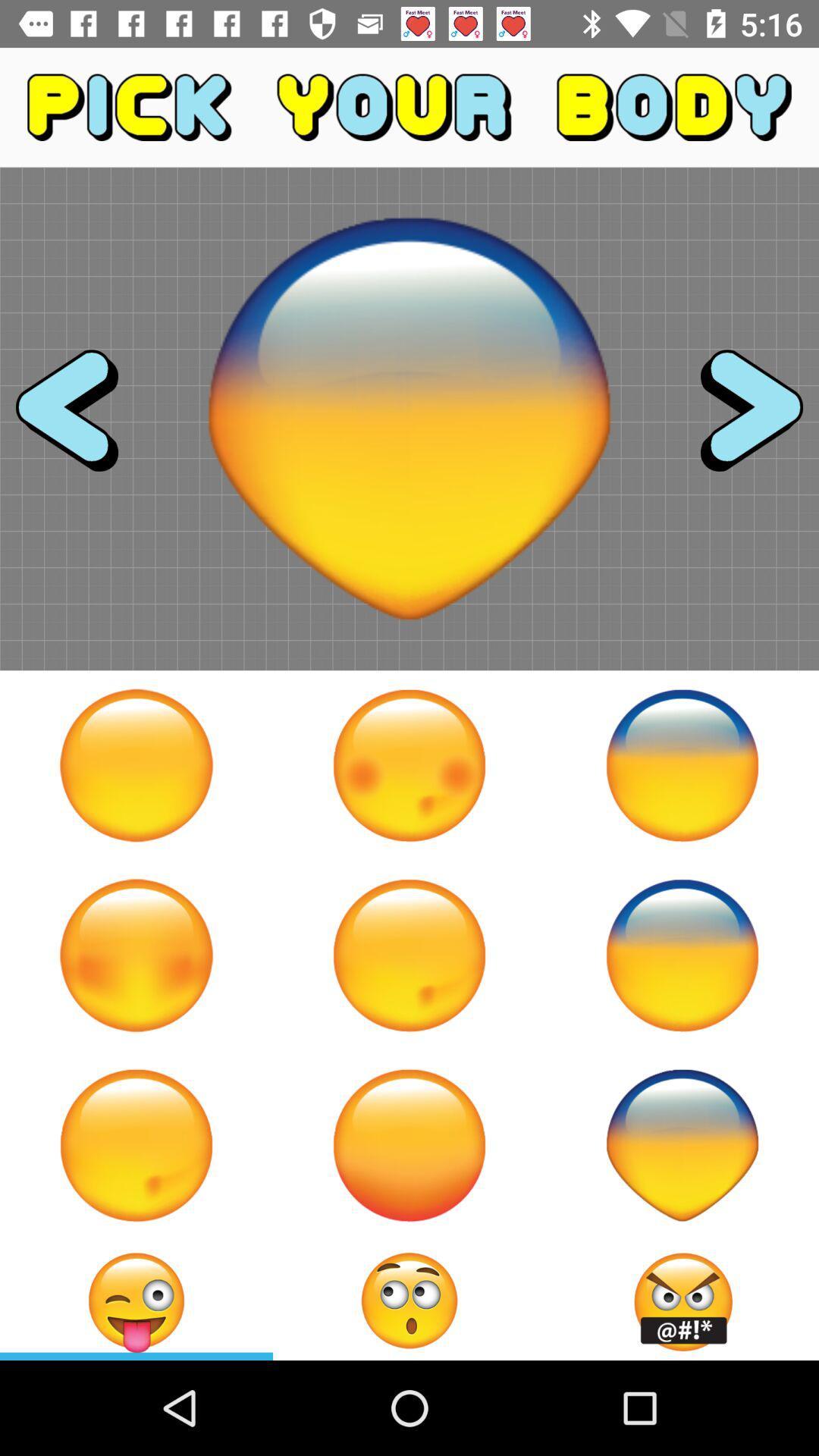 This screenshot has width=819, height=1456. What do you see at coordinates (409, 1300) in the screenshot?
I see `the emoji icon` at bounding box center [409, 1300].